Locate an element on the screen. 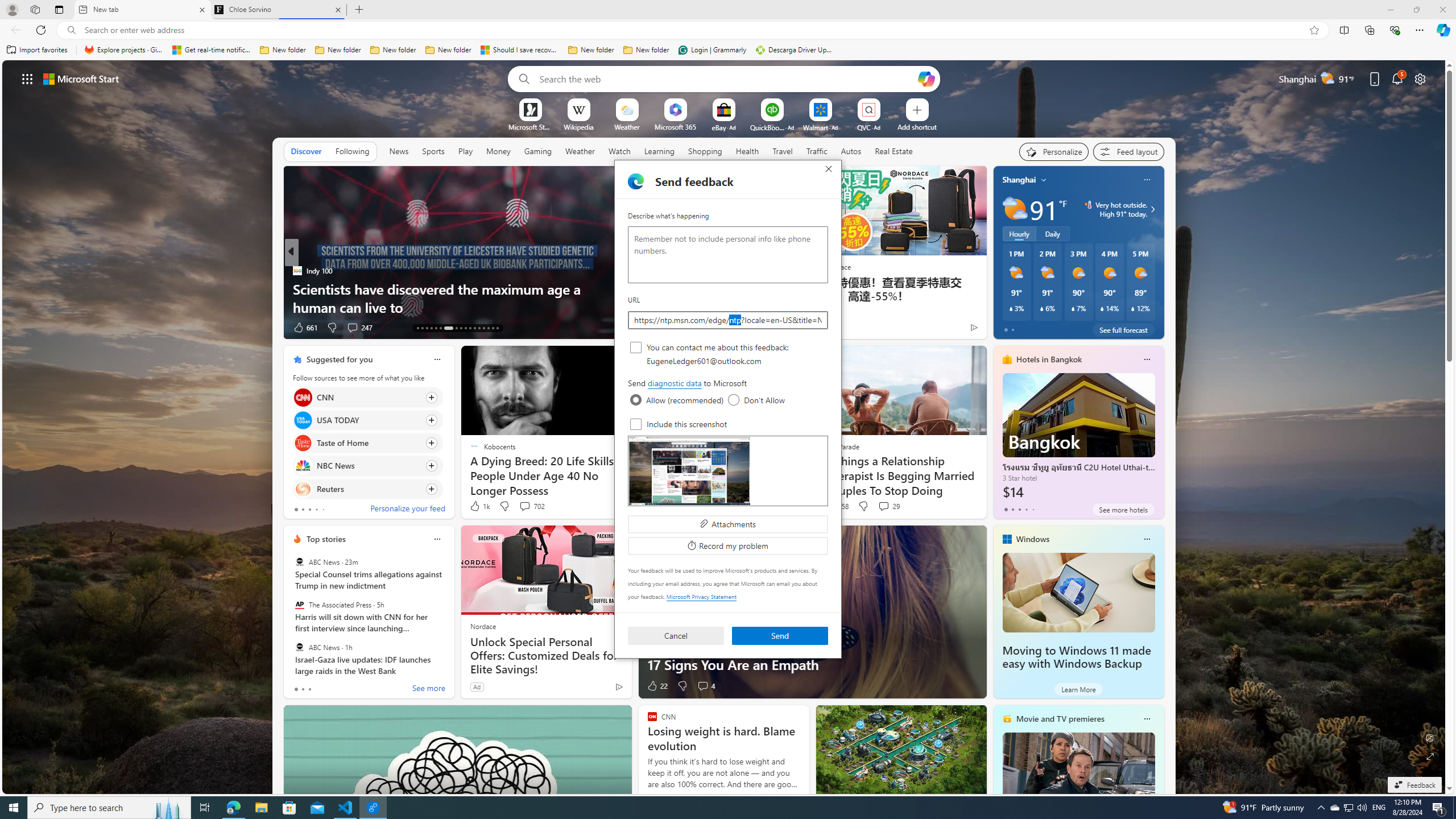 Image resolution: width=1456 pixels, height=819 pixels. 'Microsoft Start Gaming' is located at coordinates (529, 126).